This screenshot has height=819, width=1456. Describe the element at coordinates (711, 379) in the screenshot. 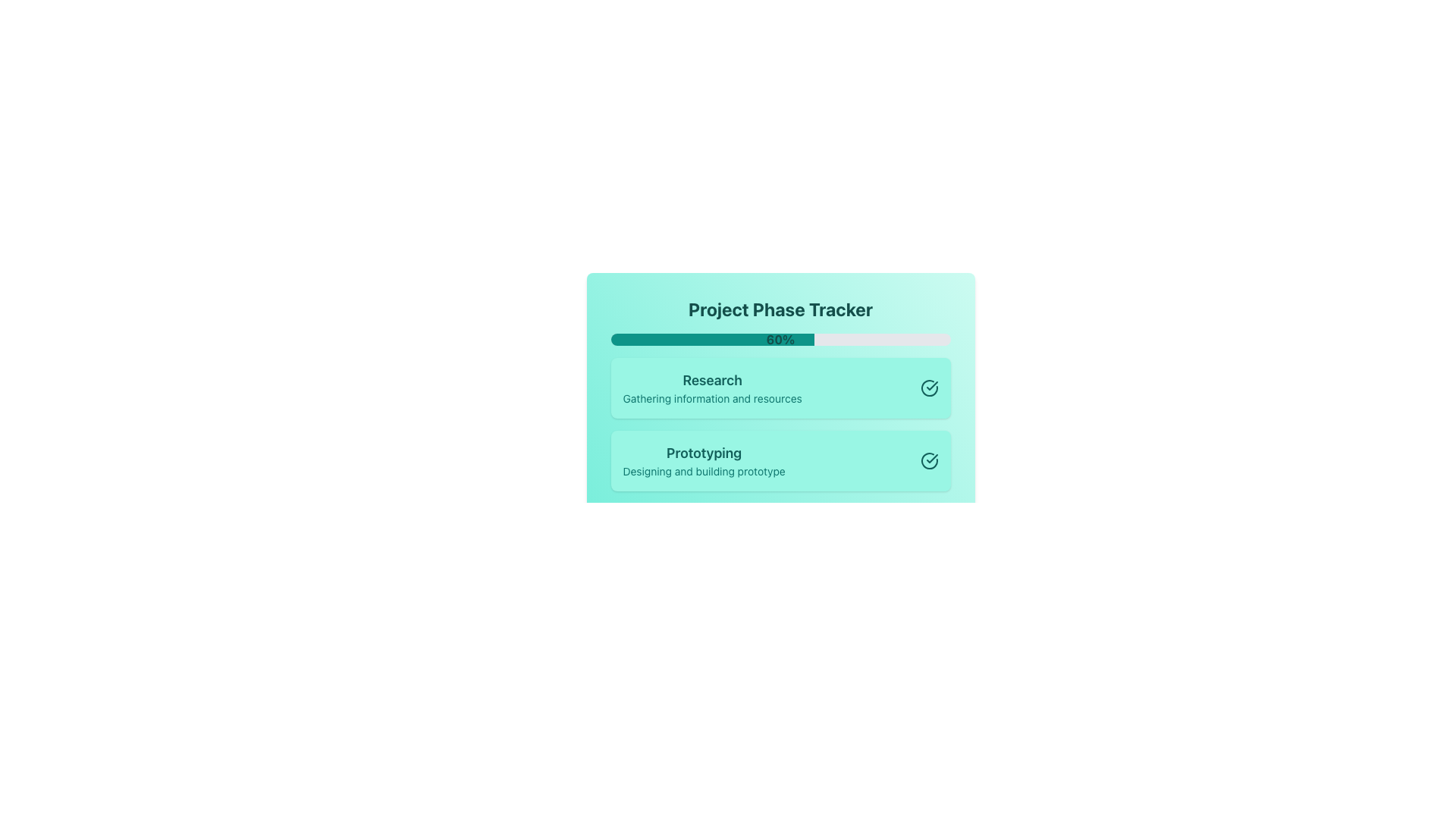

I see `the prominently displayed header text labeled 'Research', which is styled in bold teal font and located at the top of the first card in a vertically-stacked list` at that location.